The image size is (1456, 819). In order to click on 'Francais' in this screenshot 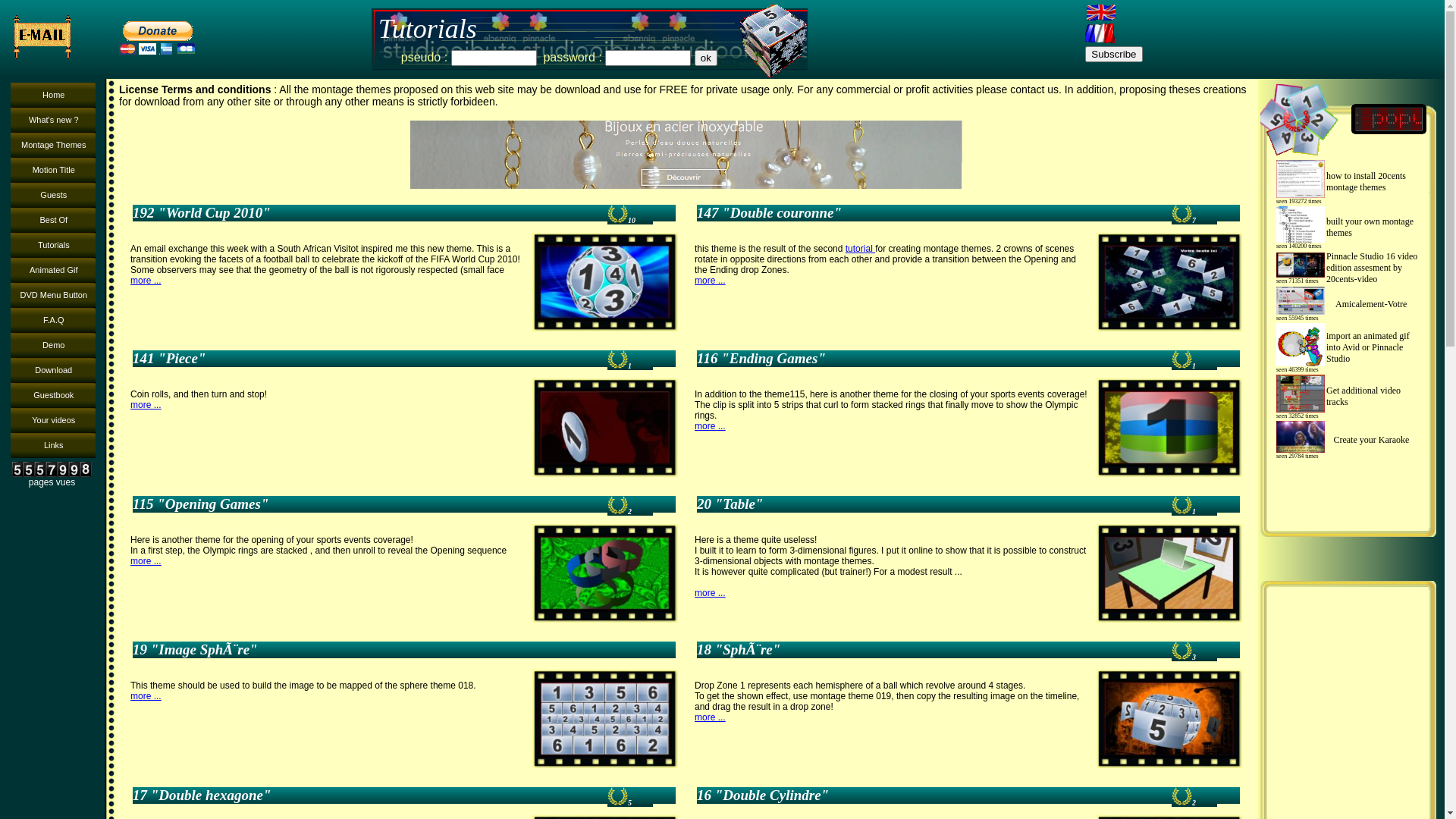, I will do `click(1100, 33)`.